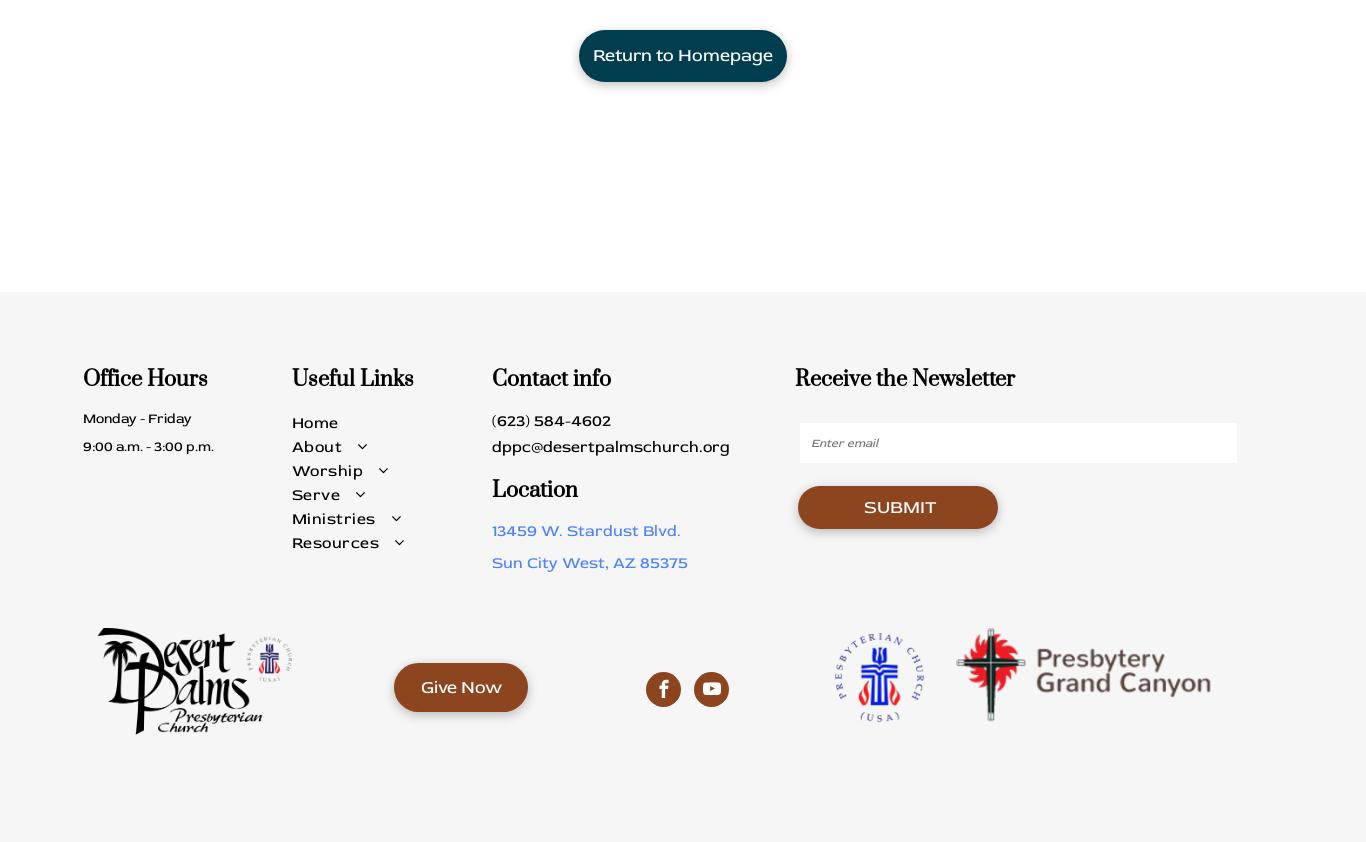 The width and height of the screenshot is (1366, 842). I want to click on 'Home', so click(292, 422).